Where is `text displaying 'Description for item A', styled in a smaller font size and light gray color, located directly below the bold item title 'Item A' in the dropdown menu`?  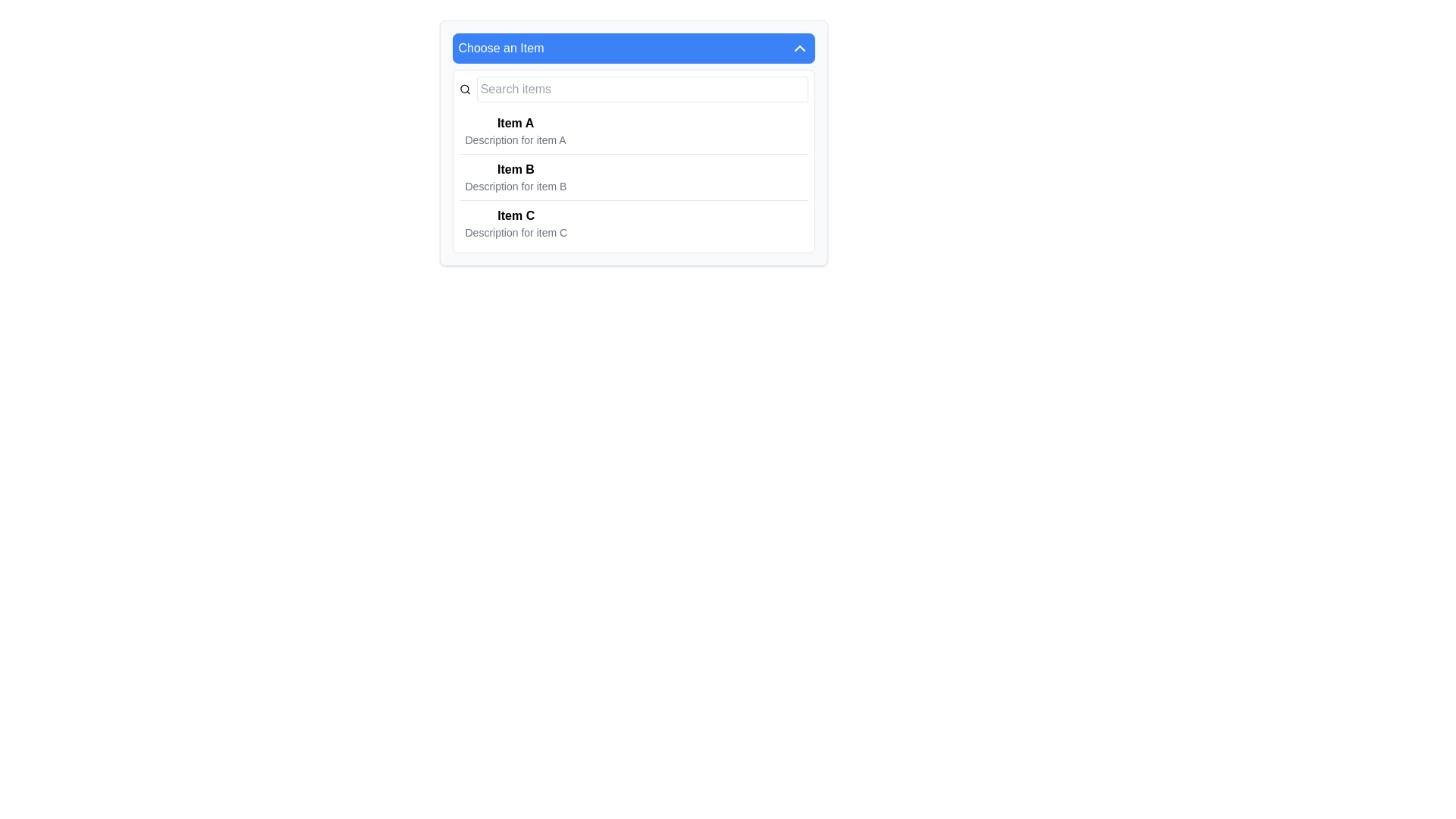 text displaying 'Description for item A', styled in a smaller font size and light gray color, located directly below the bold item title 'Item A' in the dropdown menu is located at coordinates (516, 140).